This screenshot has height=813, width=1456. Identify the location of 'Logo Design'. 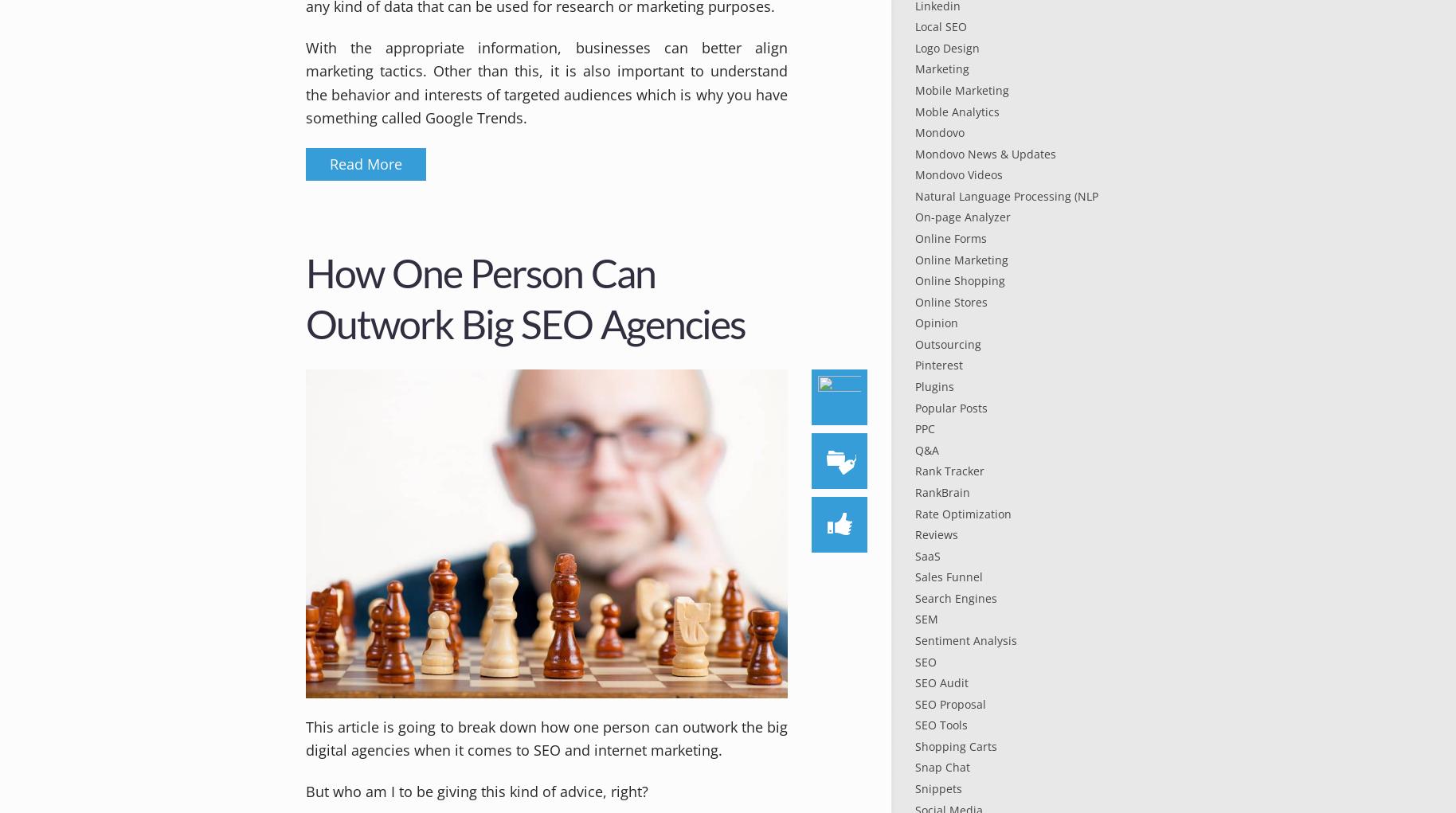
(946, 47).